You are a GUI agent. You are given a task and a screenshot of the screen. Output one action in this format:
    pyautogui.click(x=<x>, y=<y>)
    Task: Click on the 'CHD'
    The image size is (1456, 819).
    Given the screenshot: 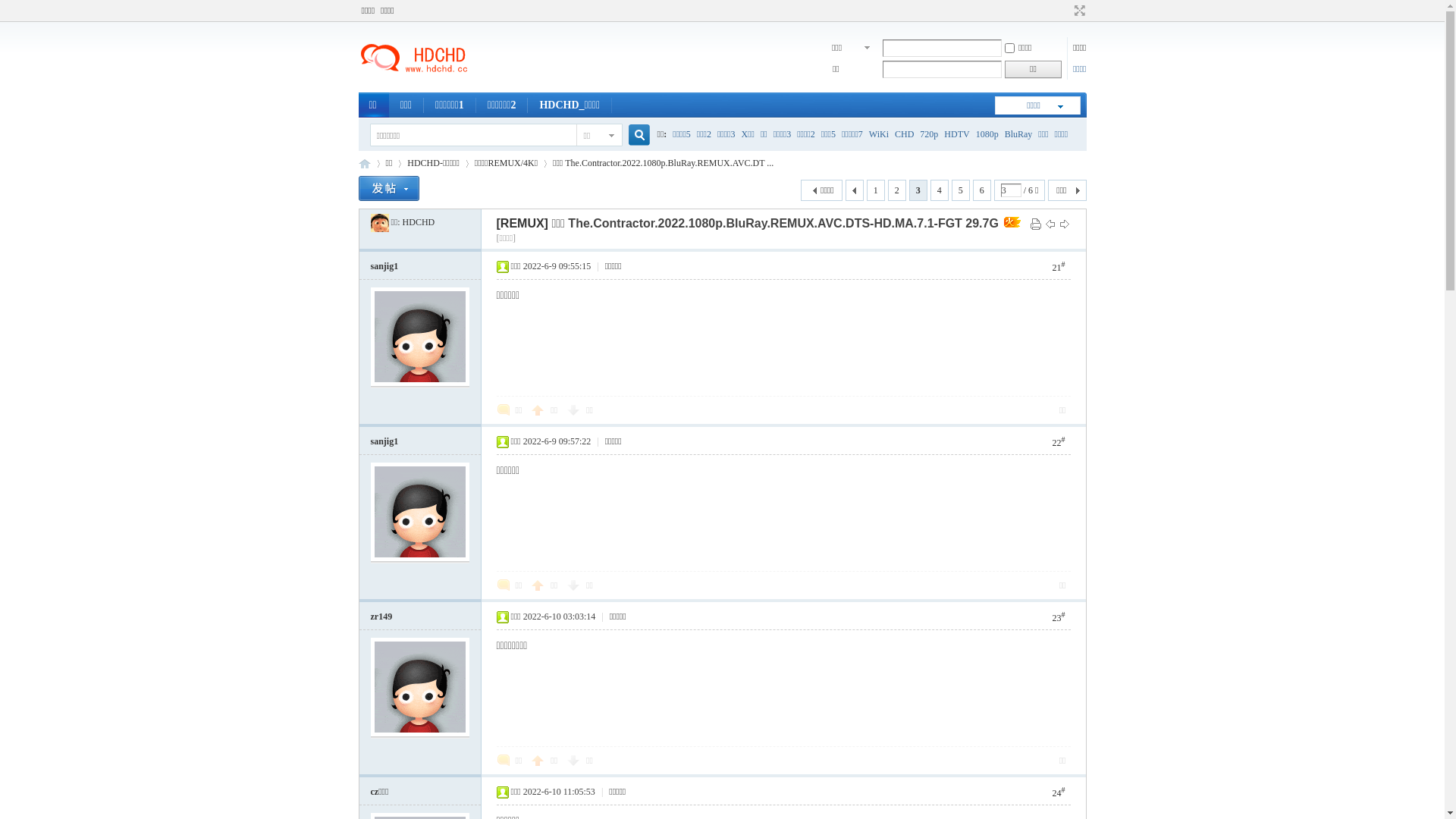 What is the action you would take?
    pyautogui.click(x=904, y=133)
    